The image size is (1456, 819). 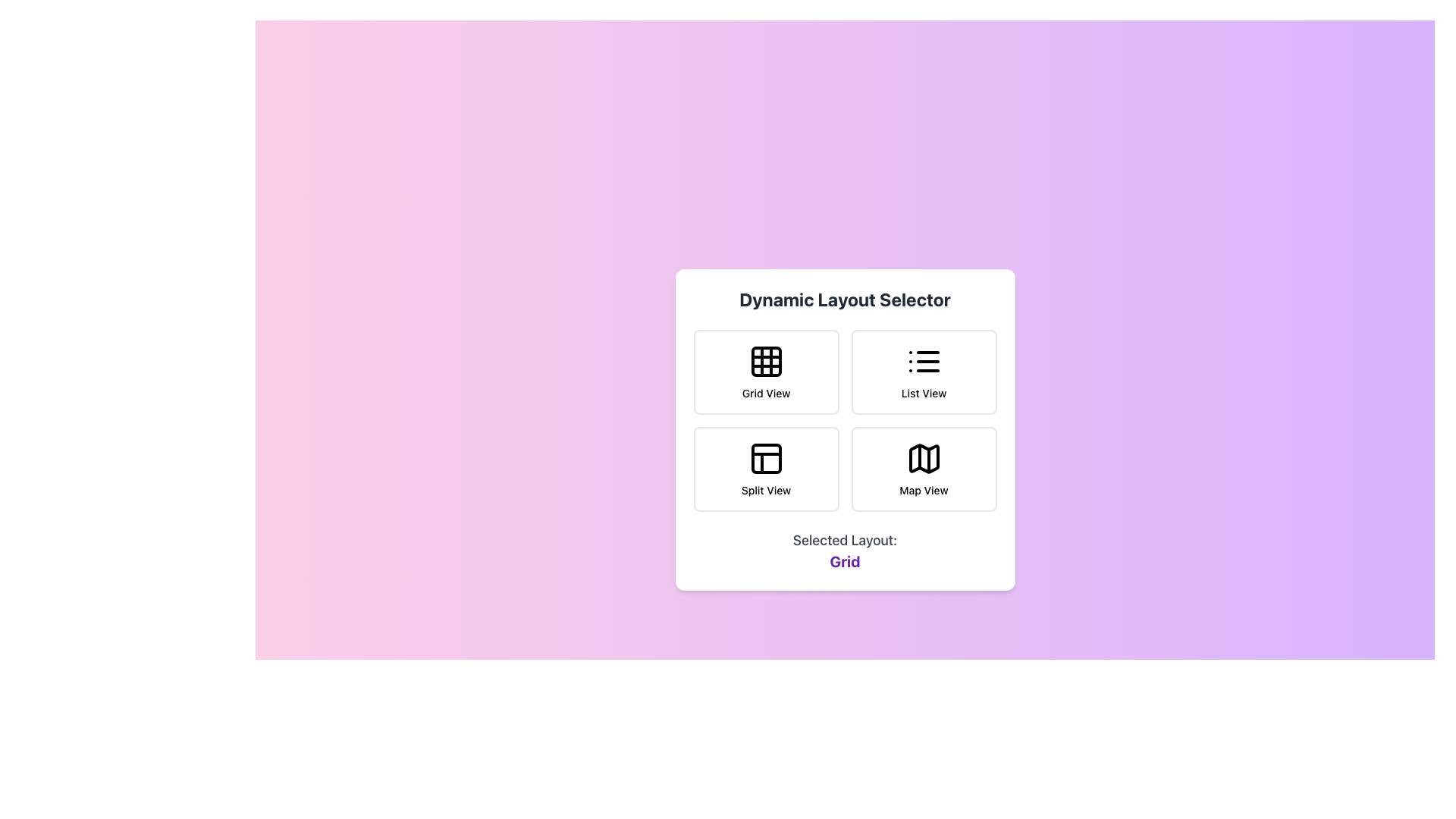 I want to click on the 'List View' button in the Dynamic Layout Selector card, so click(x=923, y=372).